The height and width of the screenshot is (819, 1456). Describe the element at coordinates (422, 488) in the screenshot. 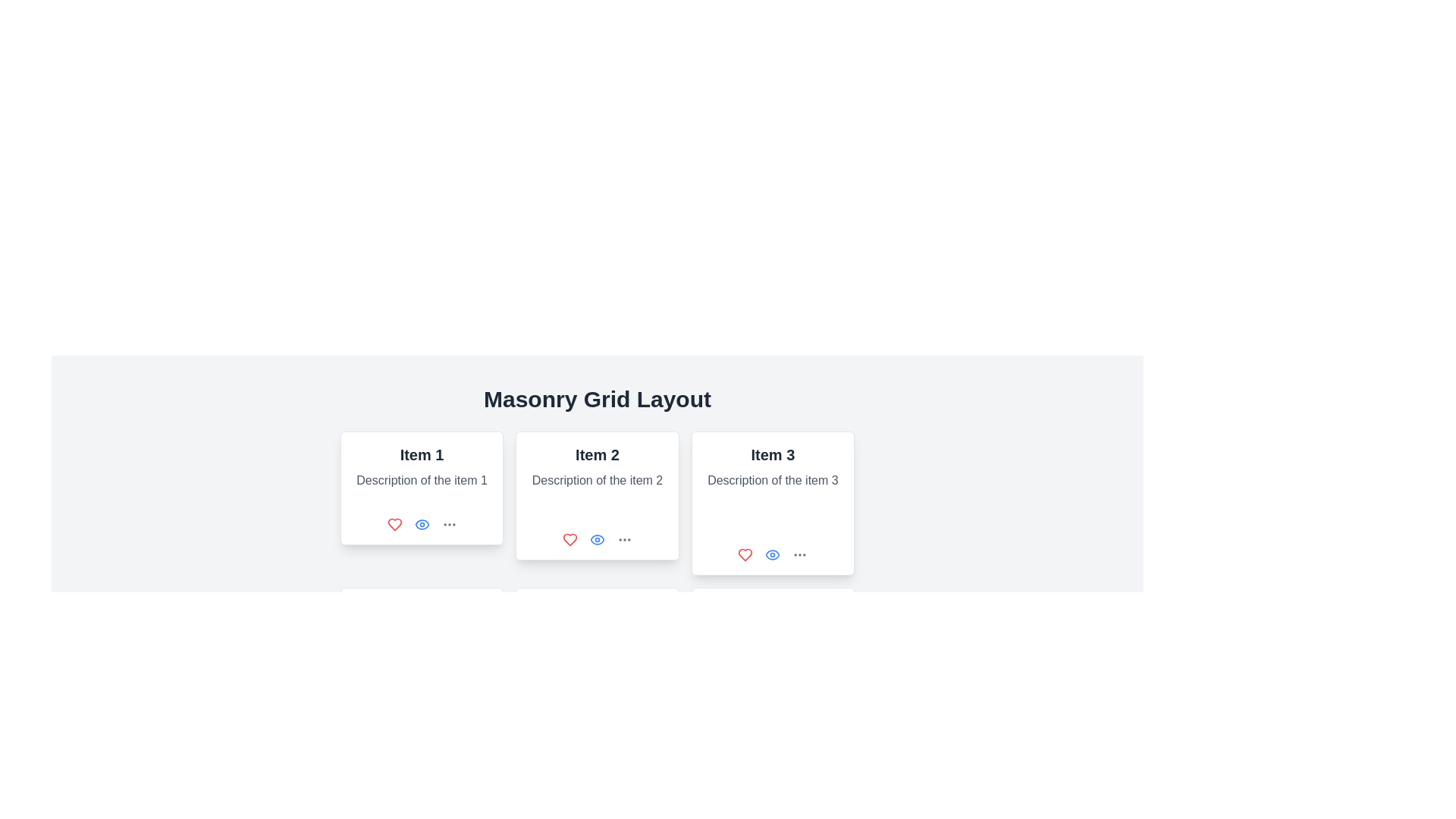

I see `the first card in the grid layout, which presents a title and description of an item` at that location.